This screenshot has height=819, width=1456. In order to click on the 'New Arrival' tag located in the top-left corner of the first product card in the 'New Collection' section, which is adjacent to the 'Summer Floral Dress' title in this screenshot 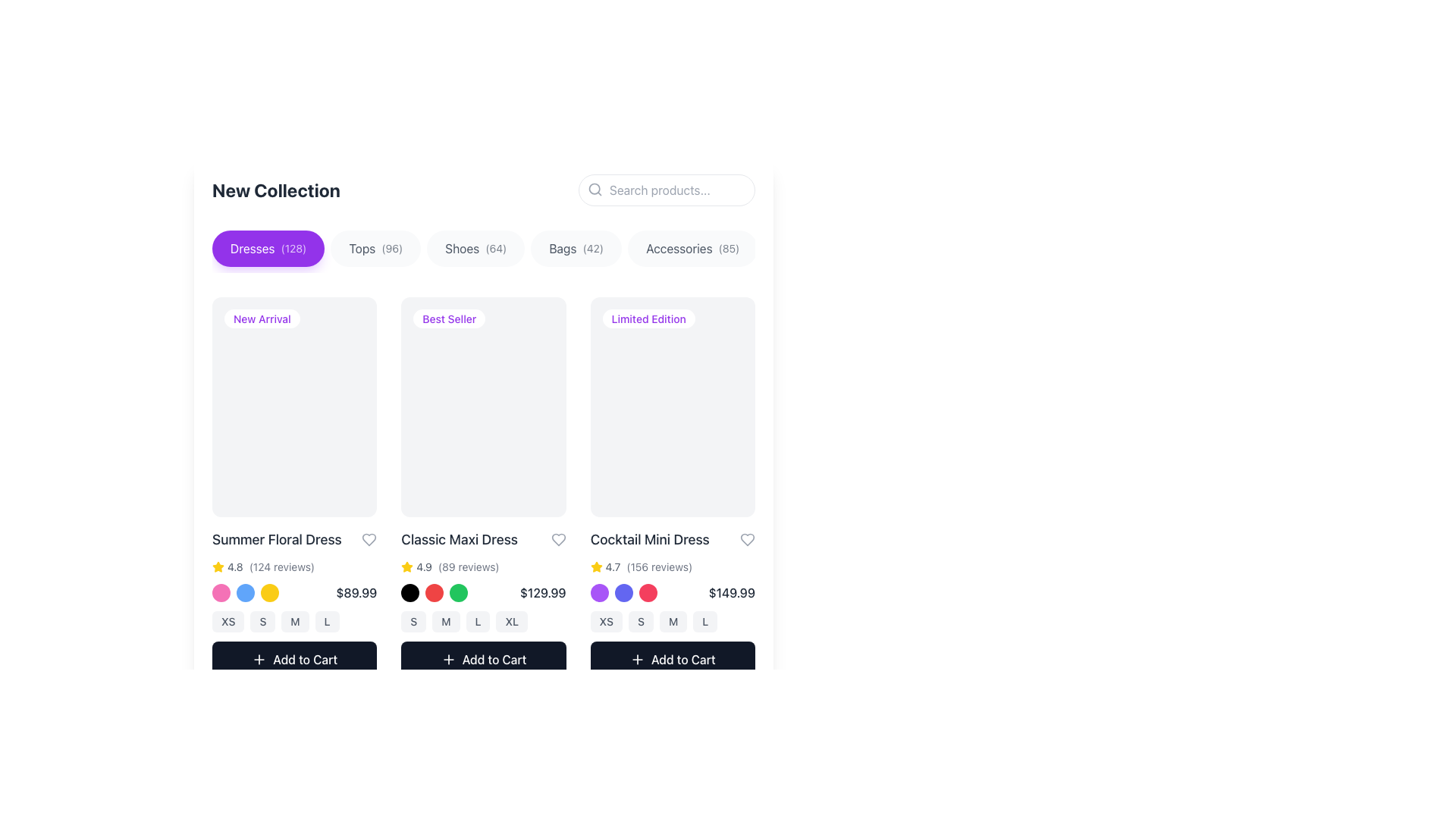, I will do `click(262, 318)`.